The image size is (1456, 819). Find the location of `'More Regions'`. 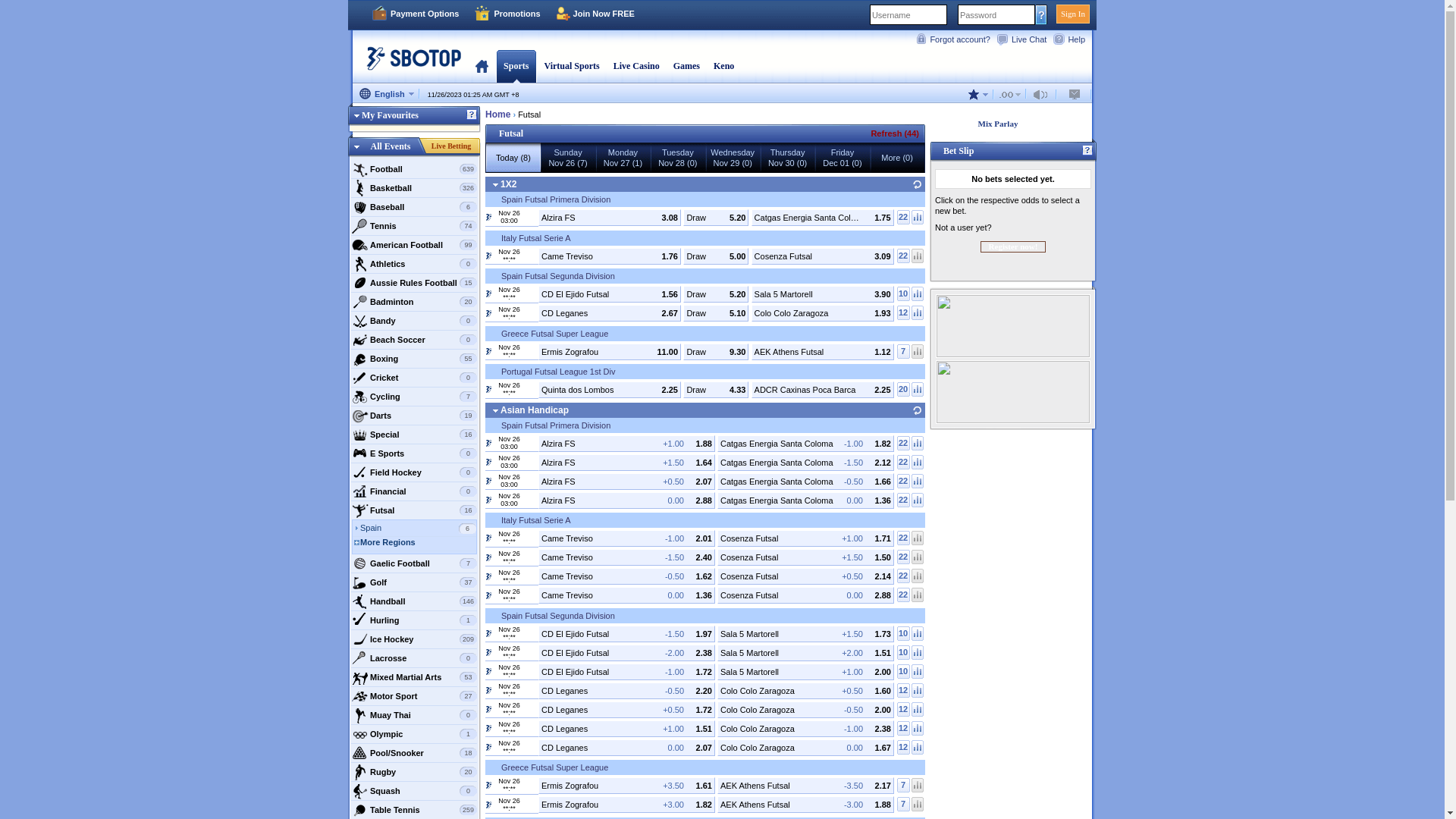

'More Regions' is located at coordinates (418, 543).